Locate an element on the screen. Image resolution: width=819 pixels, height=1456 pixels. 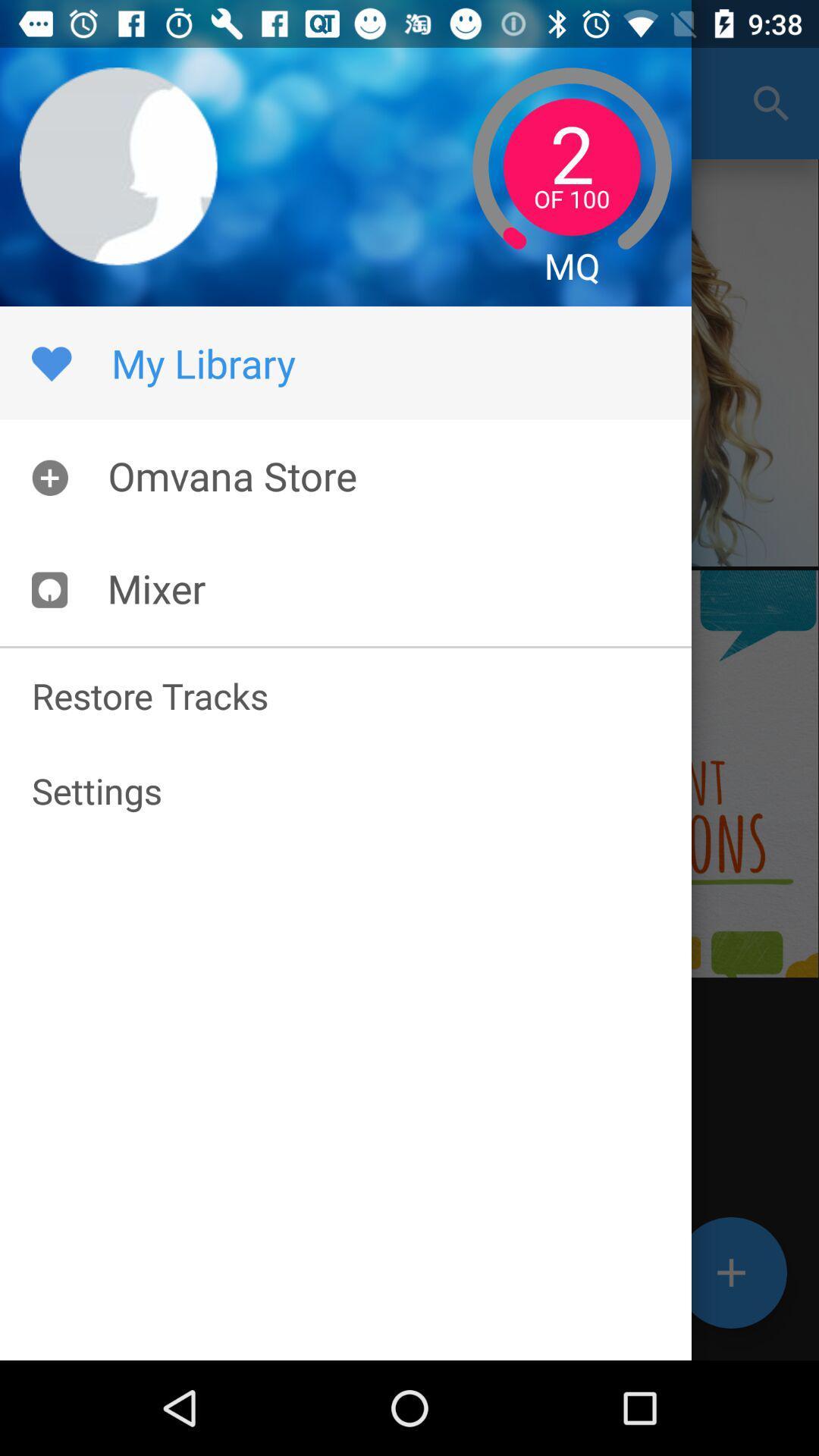
the add icon is located at coordinates (730, 1272).